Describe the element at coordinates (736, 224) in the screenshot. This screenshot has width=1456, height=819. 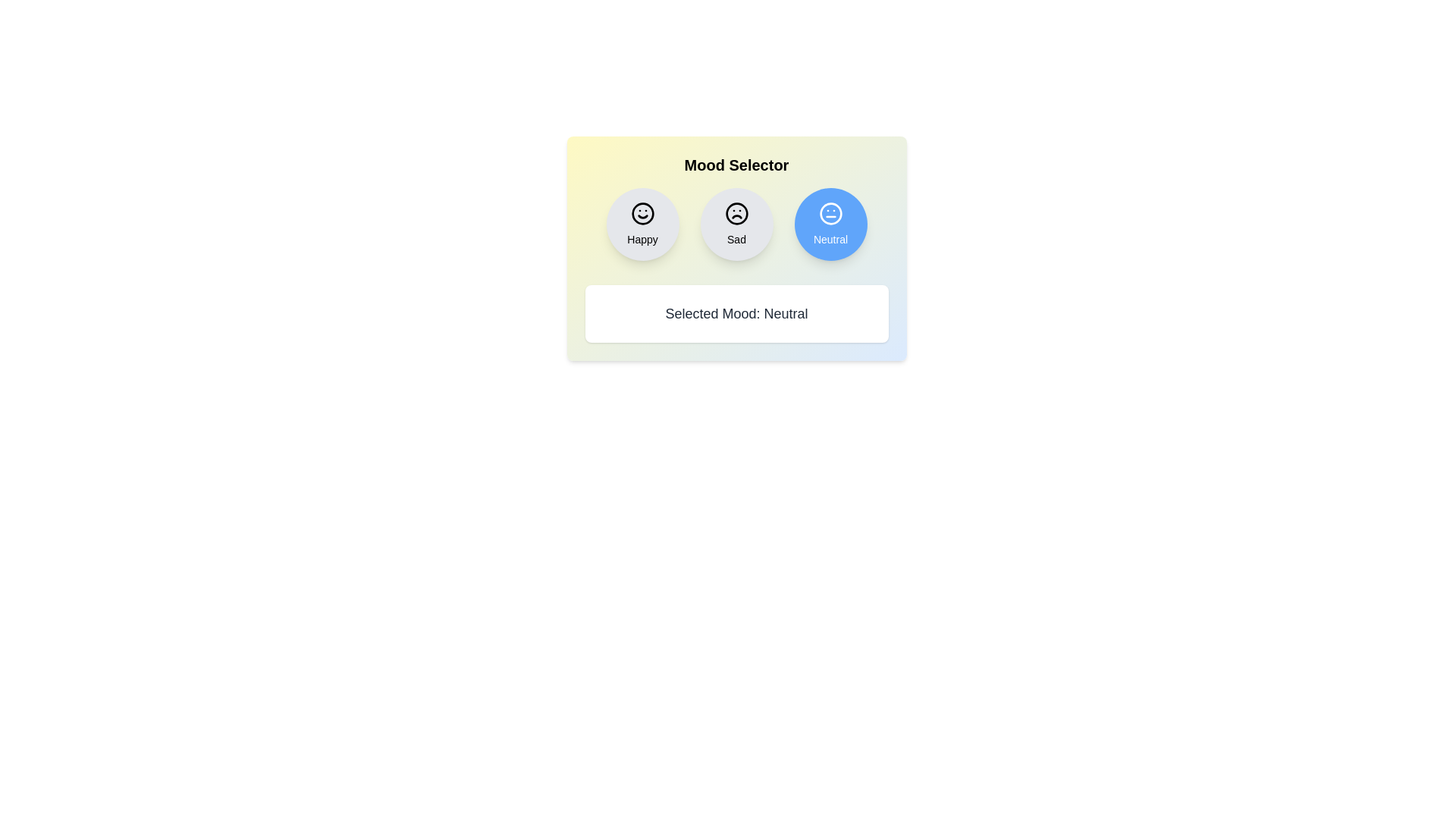
I see `the mood button corresponding to Sad` at that location.